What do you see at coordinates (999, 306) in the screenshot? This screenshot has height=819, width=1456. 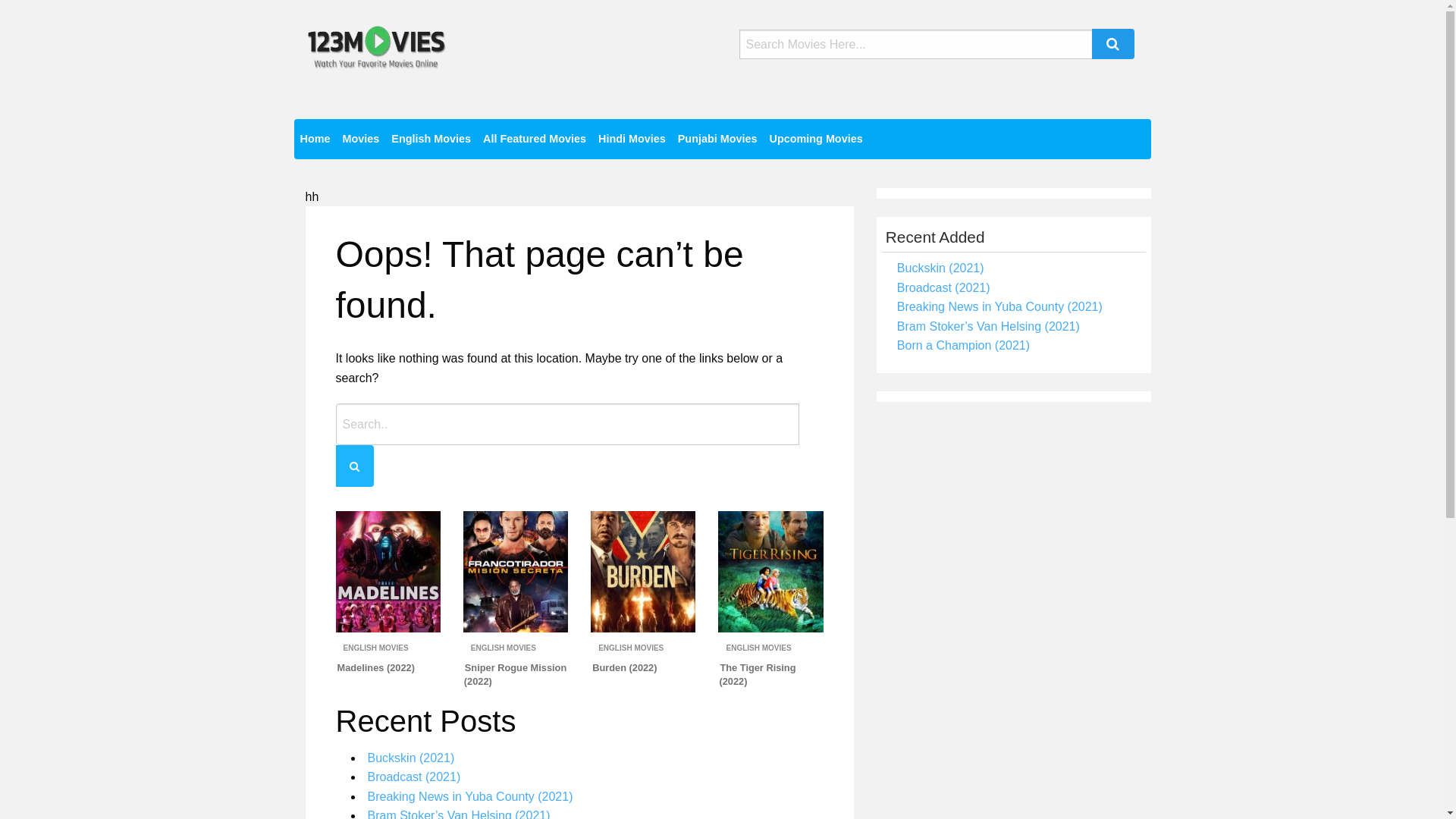 I see `'Breaking News in Yuba County (2021)'` at bounding box center [999, 306].